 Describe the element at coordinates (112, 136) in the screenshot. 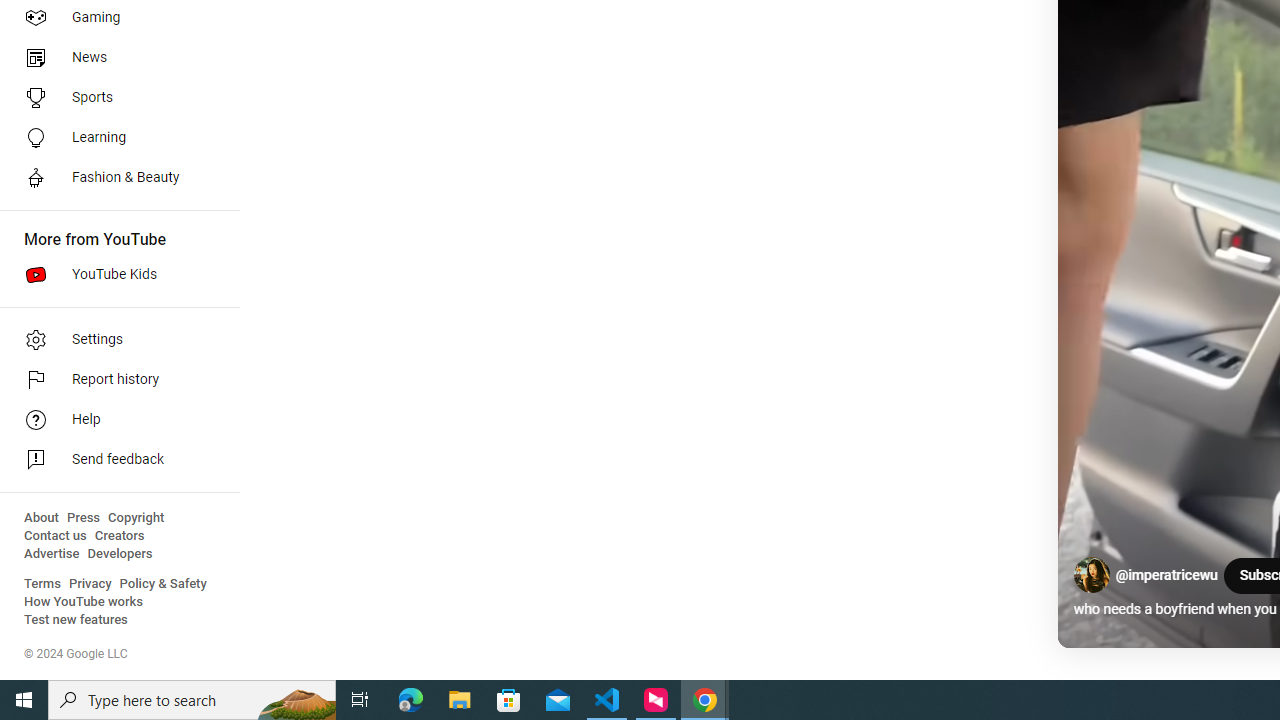

I see `'Learning'` at that location.